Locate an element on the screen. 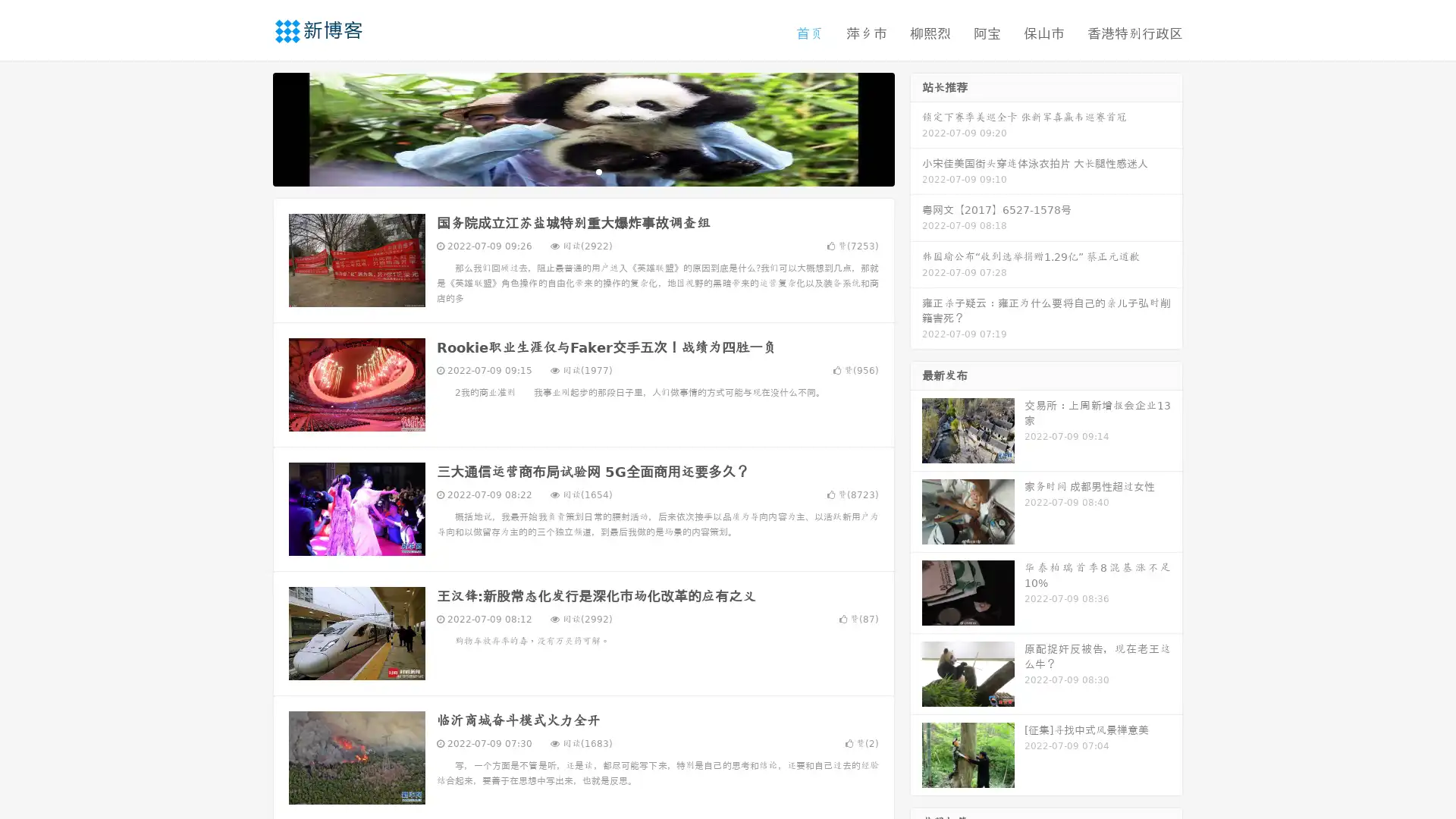 The image size is (1456, 819). Go to slide 2 is located at coordinates (582, 171).